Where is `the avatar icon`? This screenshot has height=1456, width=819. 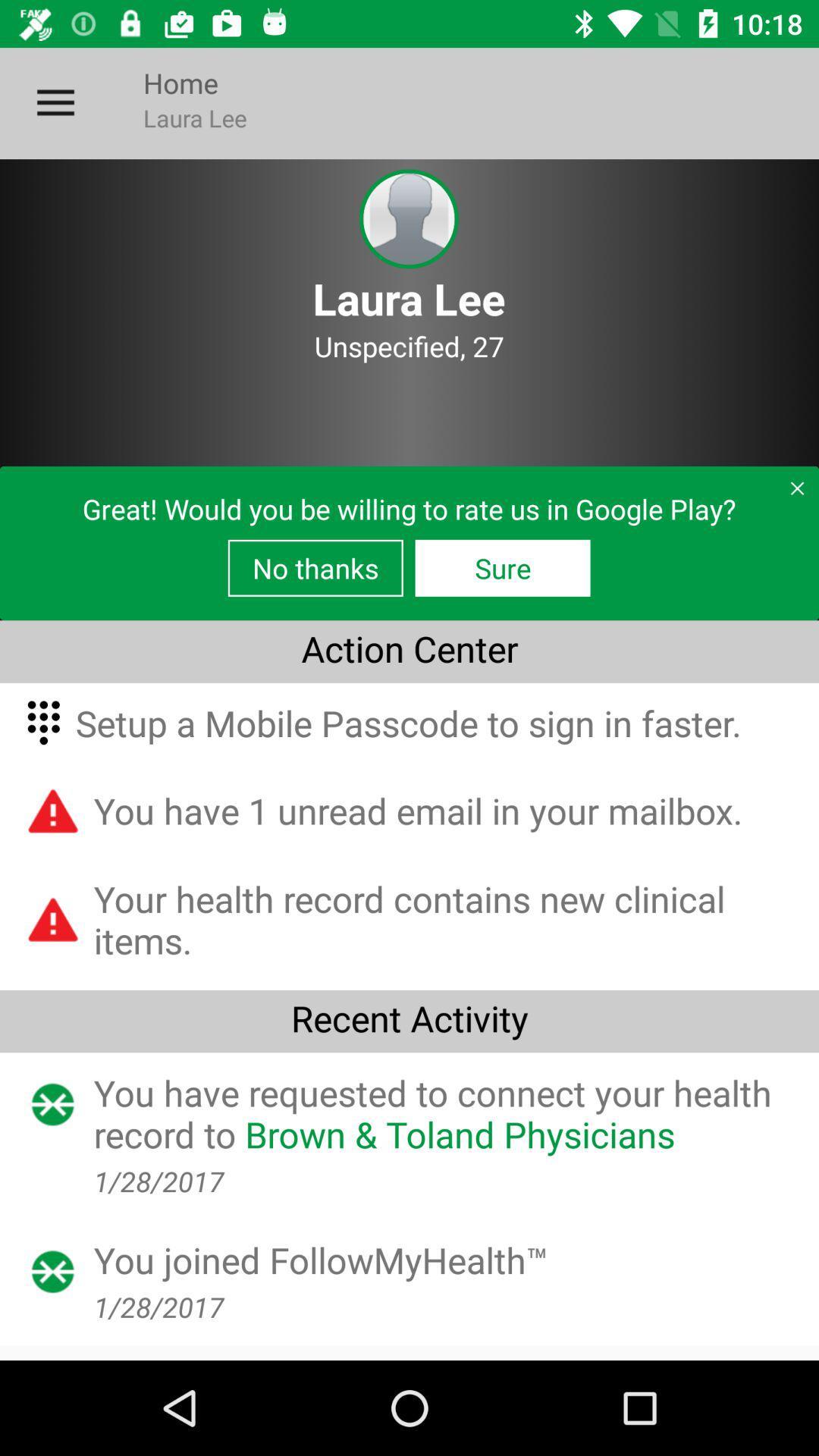
the avatar icon is located at coordinates (408, 218).